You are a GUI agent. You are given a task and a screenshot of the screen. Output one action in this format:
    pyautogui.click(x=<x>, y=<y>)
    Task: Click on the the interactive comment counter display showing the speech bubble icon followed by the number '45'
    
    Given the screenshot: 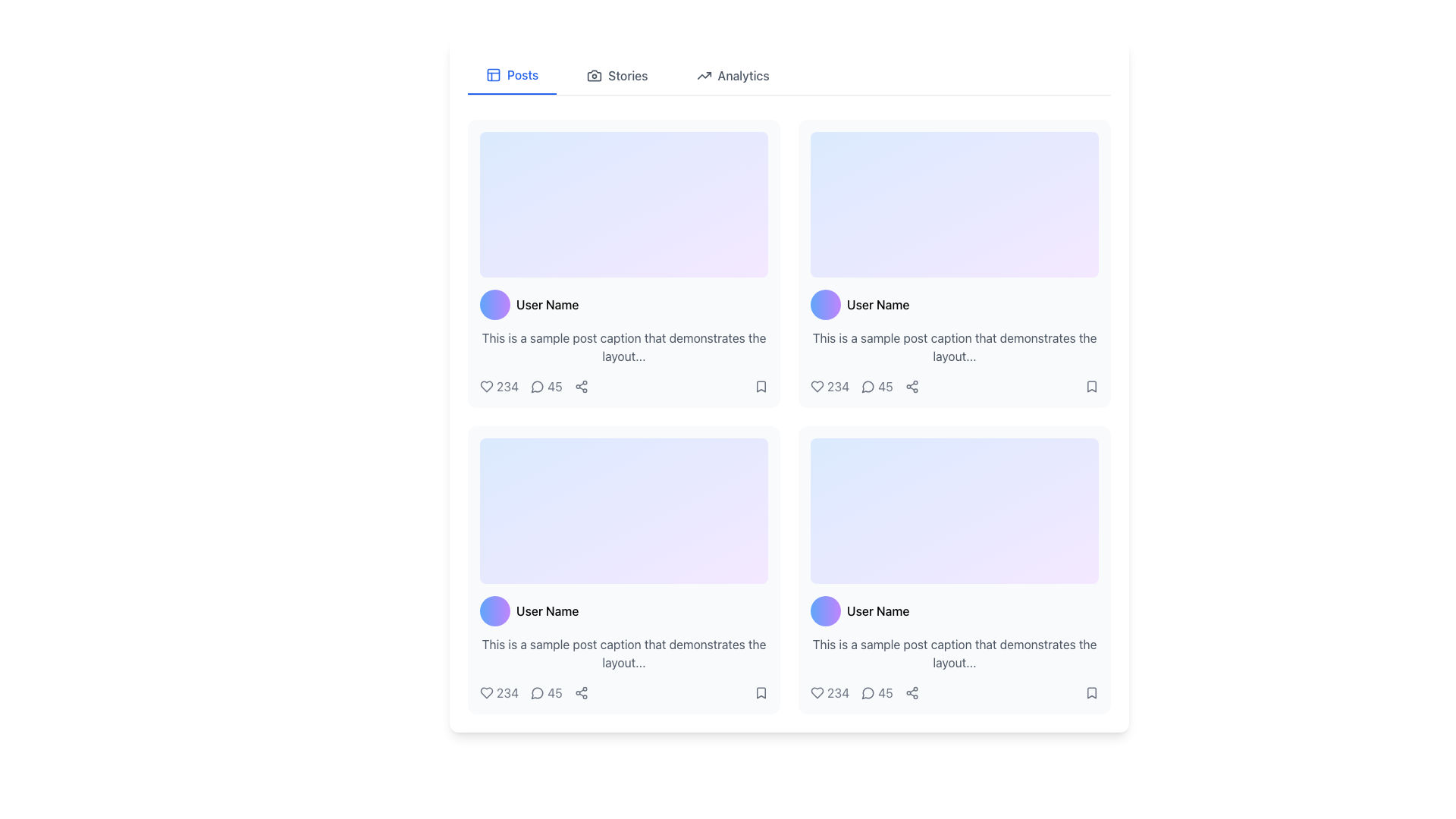 What is the action you would take?
    pyautogui.click(x=546, y=385)
    